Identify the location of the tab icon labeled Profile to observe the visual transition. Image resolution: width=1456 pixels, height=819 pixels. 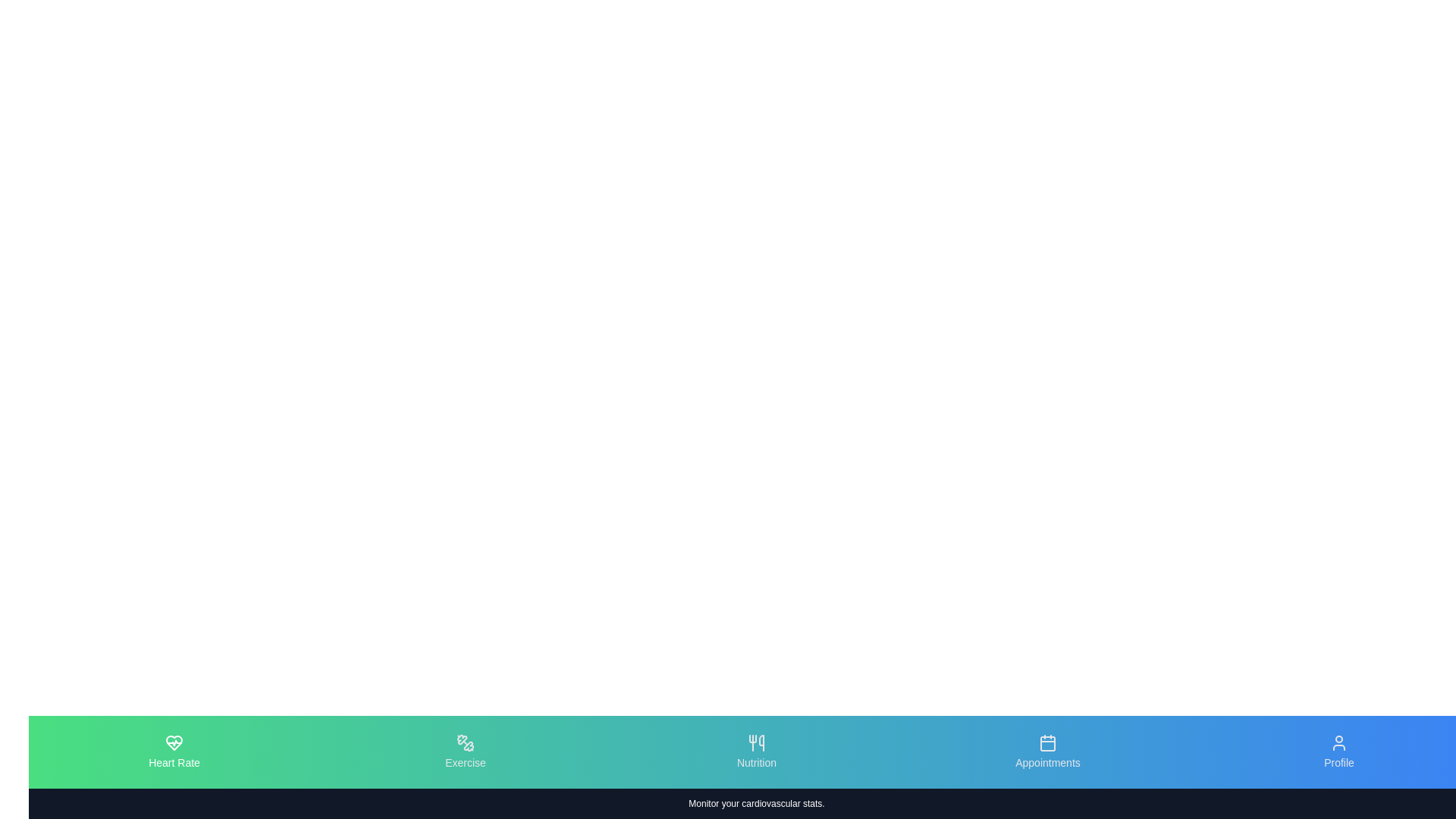
(1339, 752).